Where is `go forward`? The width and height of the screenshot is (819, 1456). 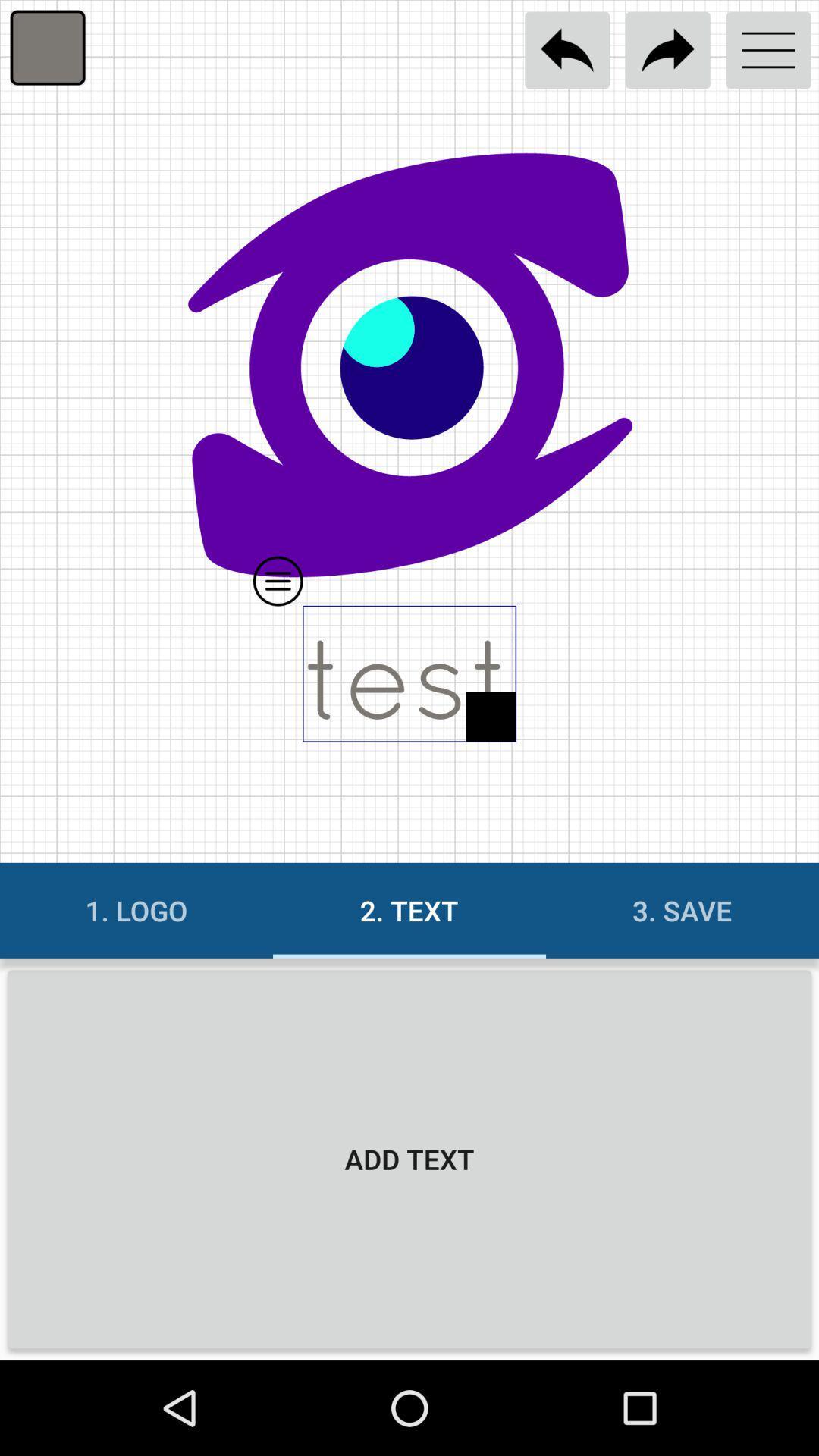
go forward is located at coordinates (667, 50).